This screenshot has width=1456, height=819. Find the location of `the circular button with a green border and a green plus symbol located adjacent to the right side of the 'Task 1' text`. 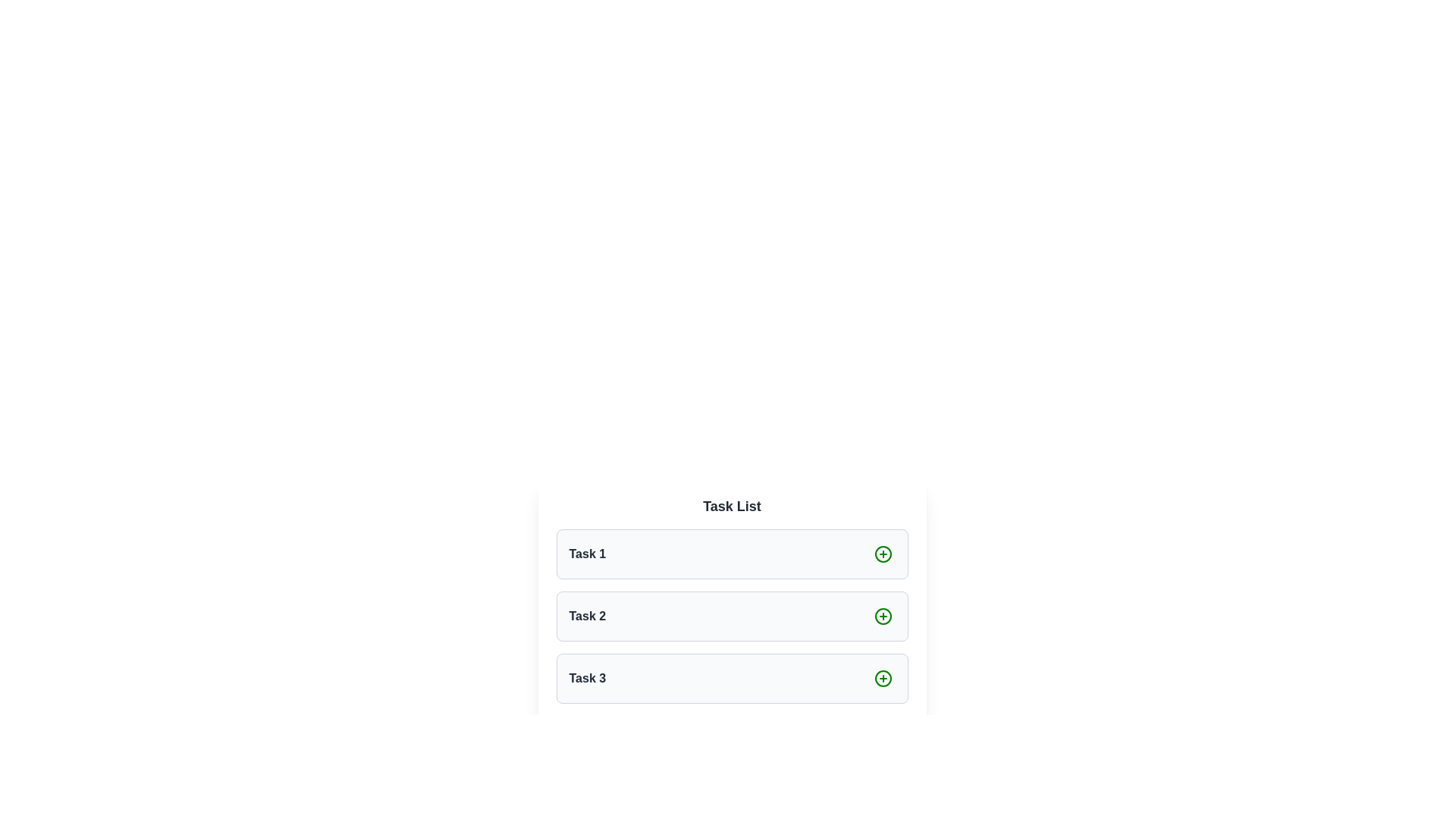

the circular button with a green border and a green plus symbol located adjacent to the right side of the 'Task 1' text is located at coordinates (883, 554).